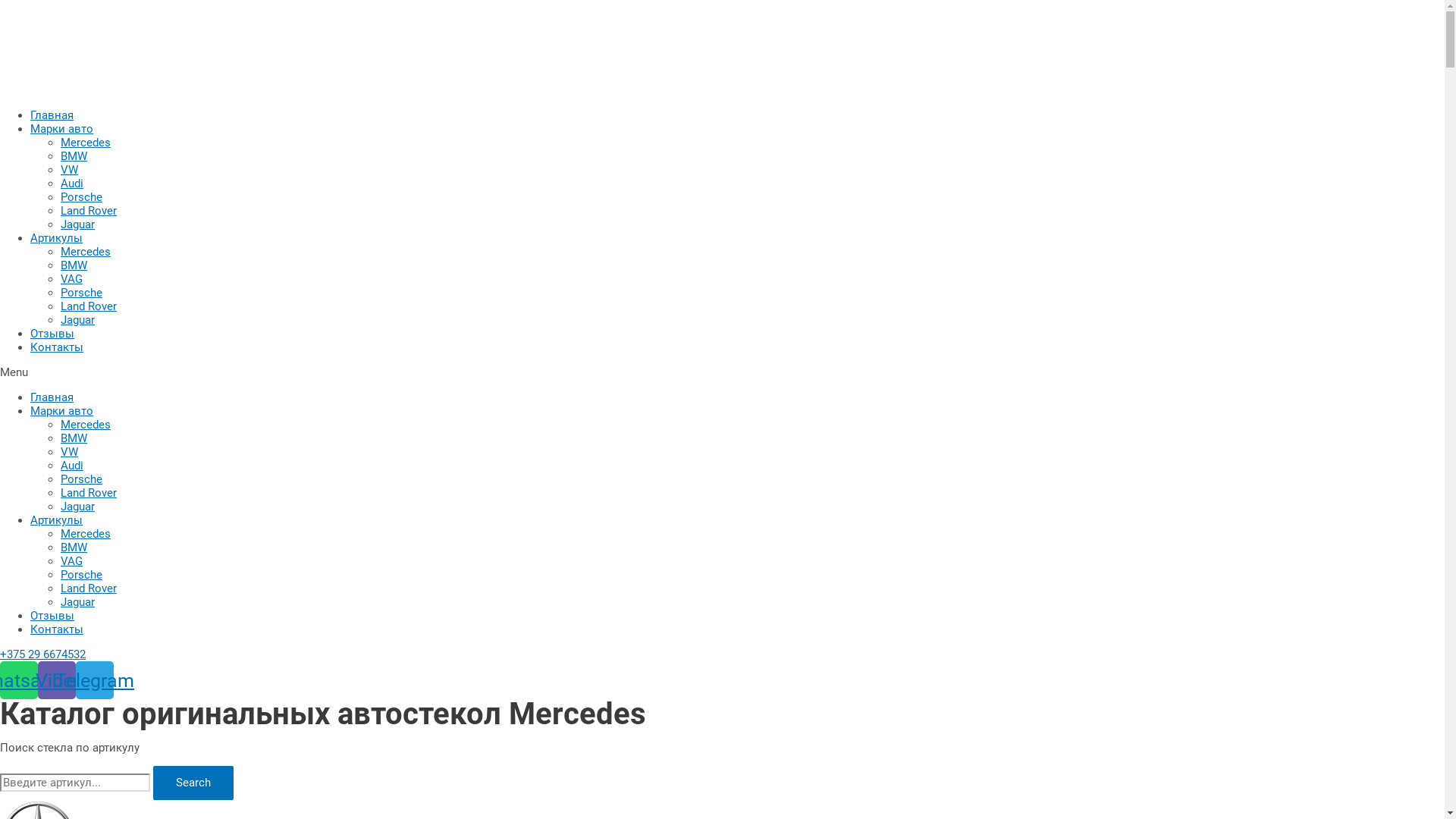 The image size is (1456, 819). What do you see at coordinates (68, 451) in the screenshot?
I see `'VW'` at bounding box center [68, 451].